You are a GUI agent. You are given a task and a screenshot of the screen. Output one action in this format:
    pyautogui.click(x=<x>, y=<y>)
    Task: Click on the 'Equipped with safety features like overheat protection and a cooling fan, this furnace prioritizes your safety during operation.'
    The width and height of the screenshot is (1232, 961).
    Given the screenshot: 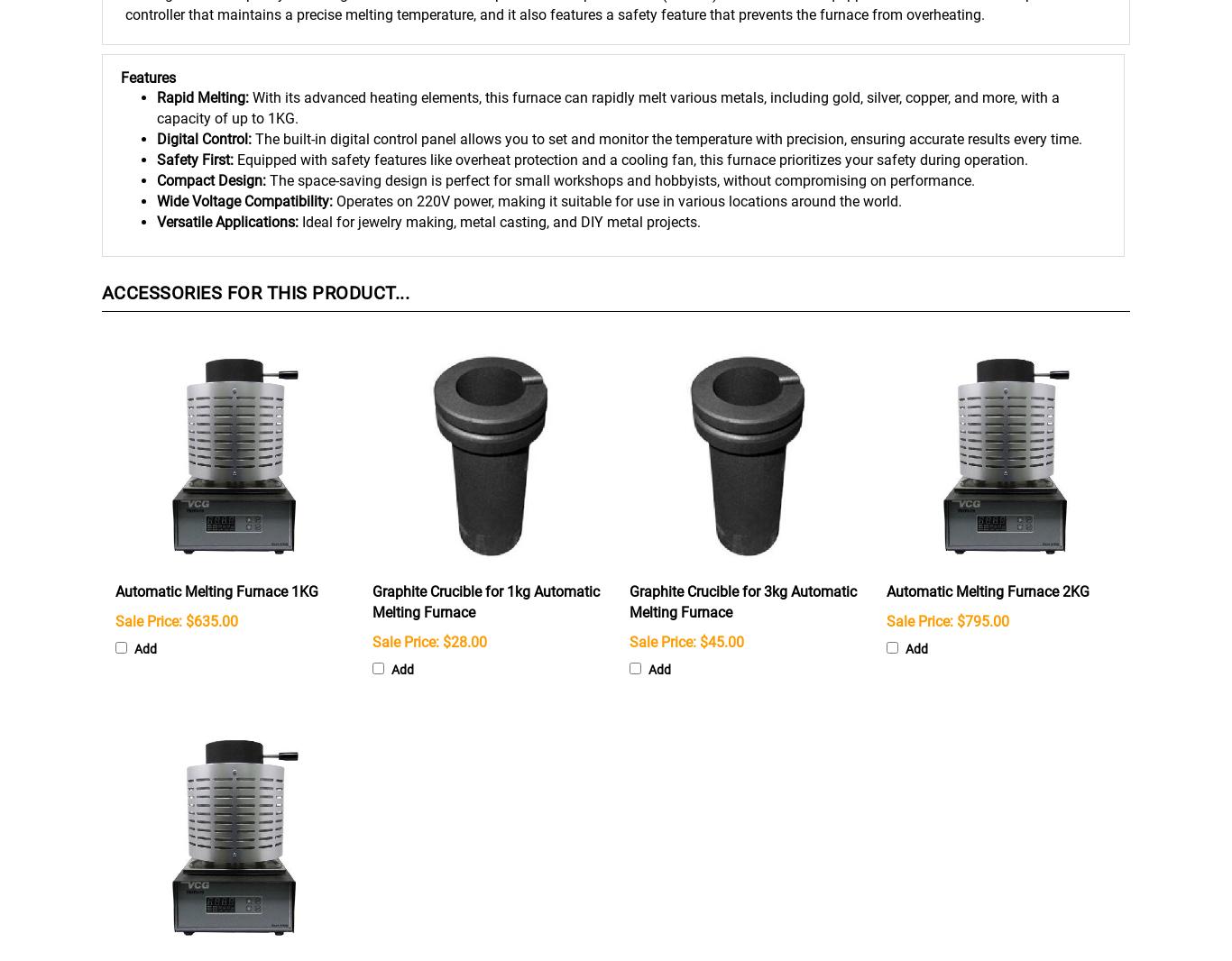 What is the action you would take?
    pyautogui.click(x=632, y=159)
    